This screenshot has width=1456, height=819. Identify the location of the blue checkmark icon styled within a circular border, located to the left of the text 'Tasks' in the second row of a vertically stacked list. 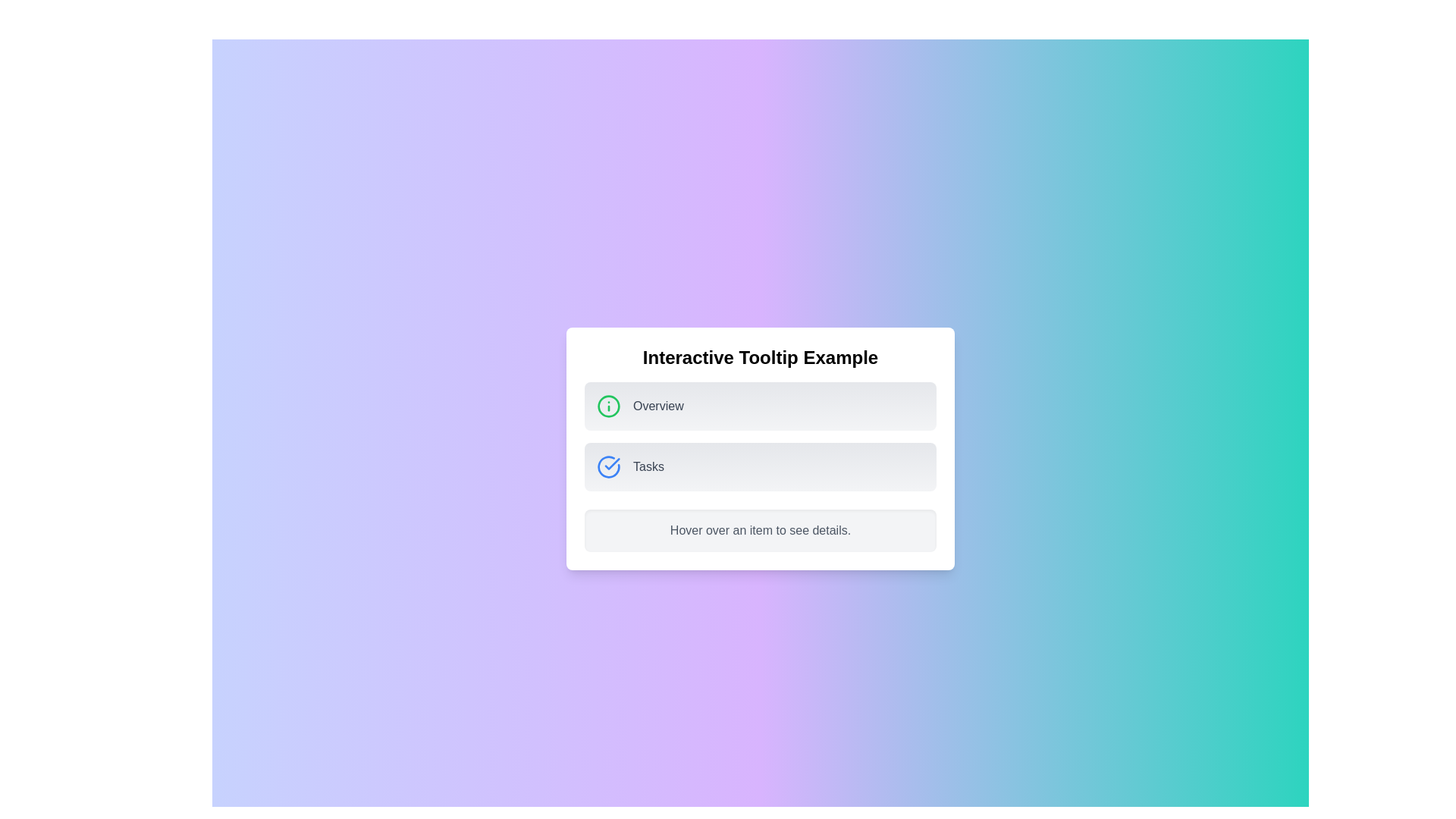
(608, 466).